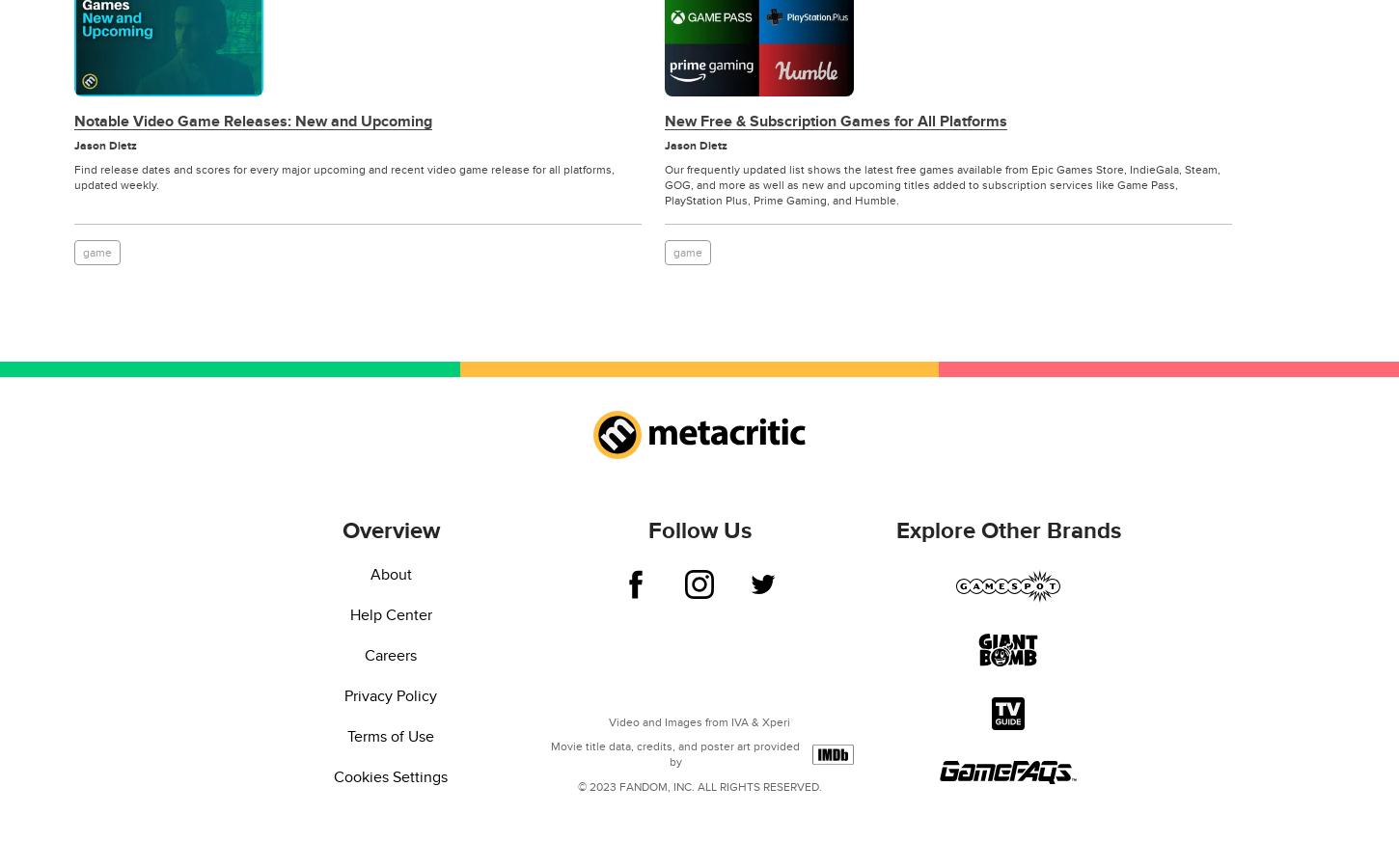 The height and width of the screenshot is (868, 1399). I want to click on 'Terms of Use', so click(389, 736).